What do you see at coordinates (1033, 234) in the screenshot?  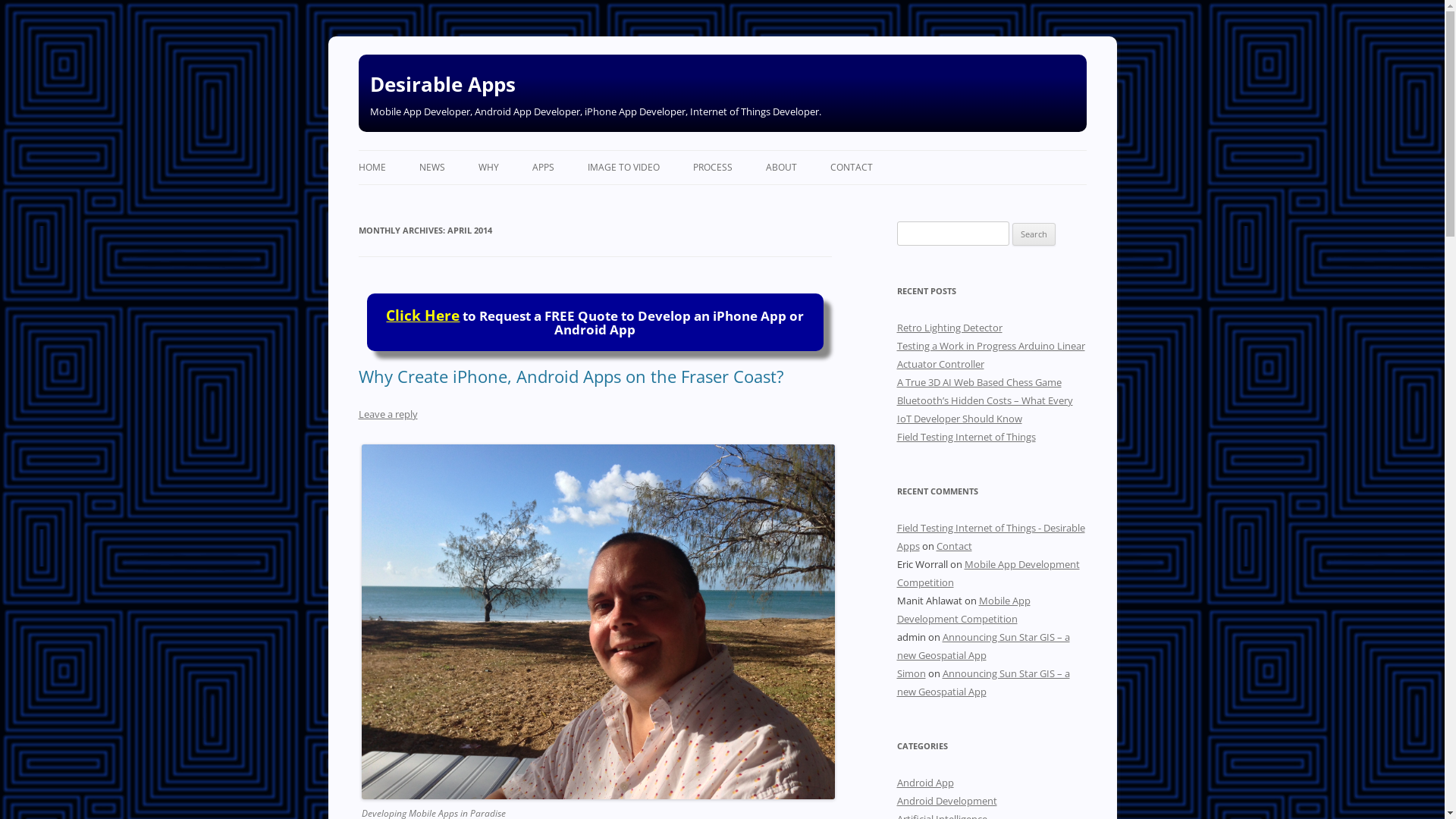 I see `'Search'` at bounding box center [1033, 234].